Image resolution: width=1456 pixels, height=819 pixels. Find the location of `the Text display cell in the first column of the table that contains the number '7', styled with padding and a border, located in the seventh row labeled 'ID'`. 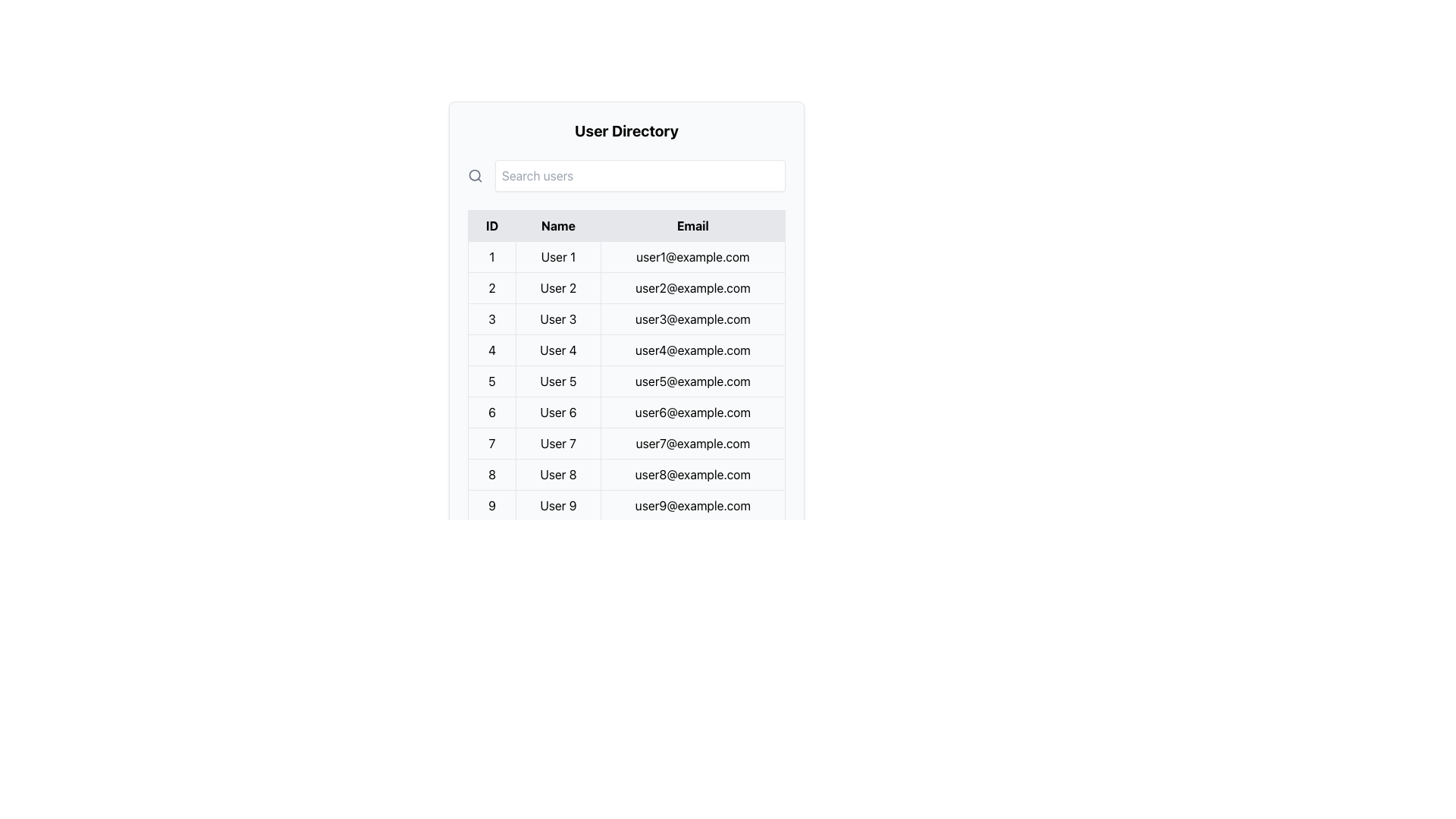

the Text display cell in the first column of the table that contains the number '7', styled with padding and a border, located in the seventh row labeled 'ID' is located at coordinates (491, 444).